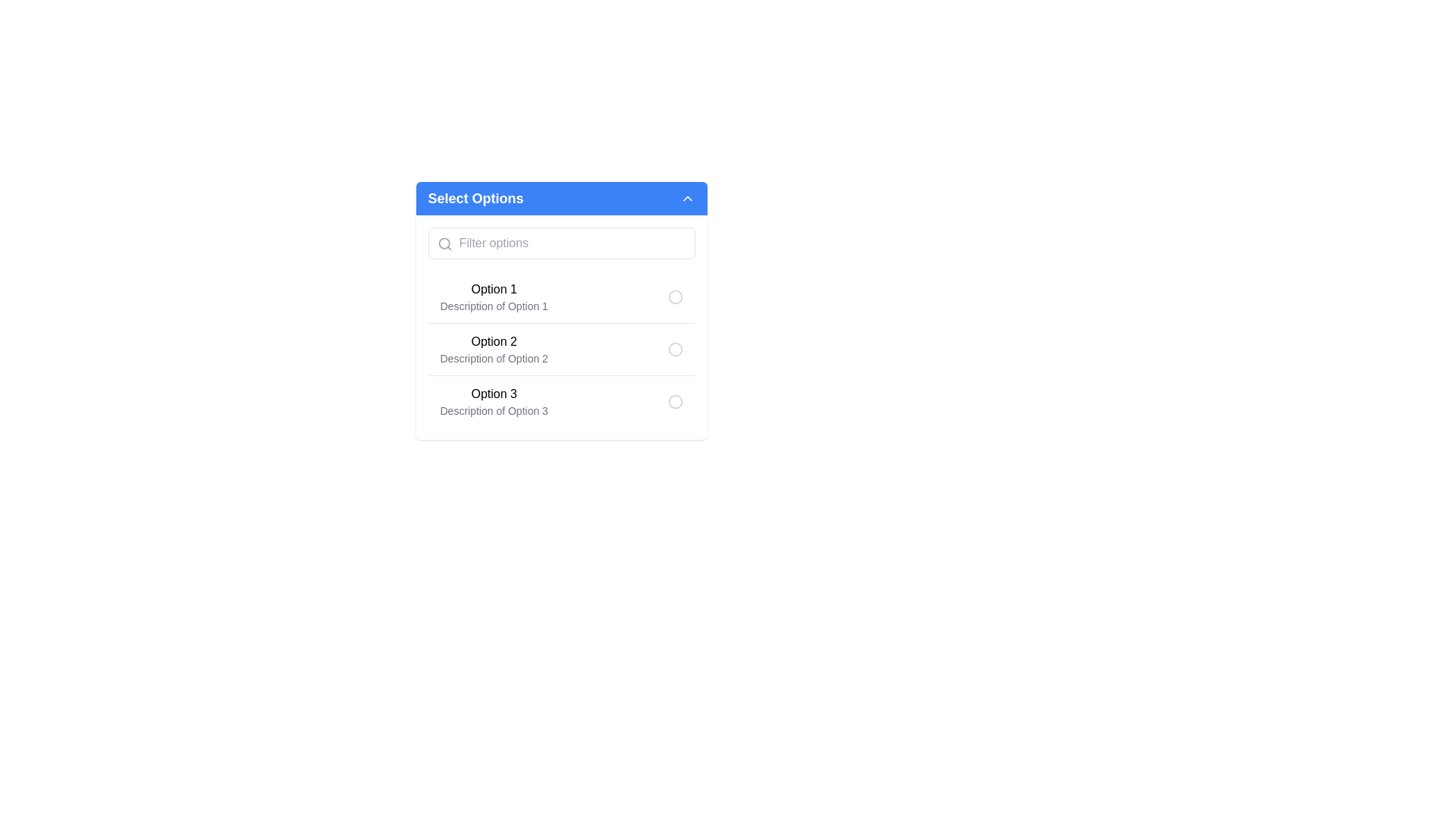 The image size is (1456, 819). Describe the element at coordinates (560, 400) in the screenshot. I see `the third selectable row in the dropdown menu labeled 'Option 3'` at that location.